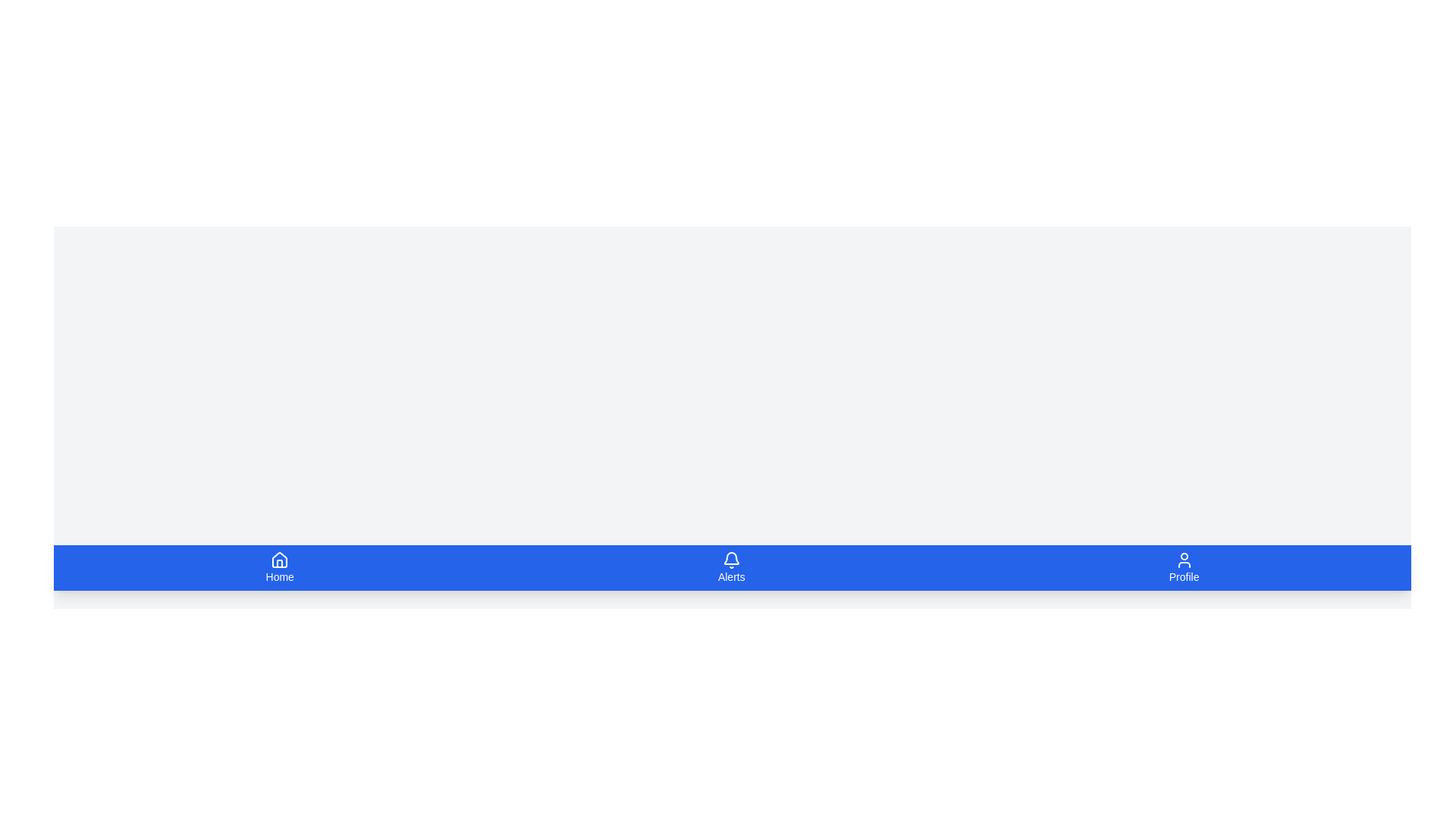 The height and width of the screenshot is (819, 1456). Describe the element at coordinates (280, 576) in the screenshot. I see `the 'Home' text label in the bottom navigation bar, which serves as a label for the corresponding navigation option and is positioned below a house icon` at that location.